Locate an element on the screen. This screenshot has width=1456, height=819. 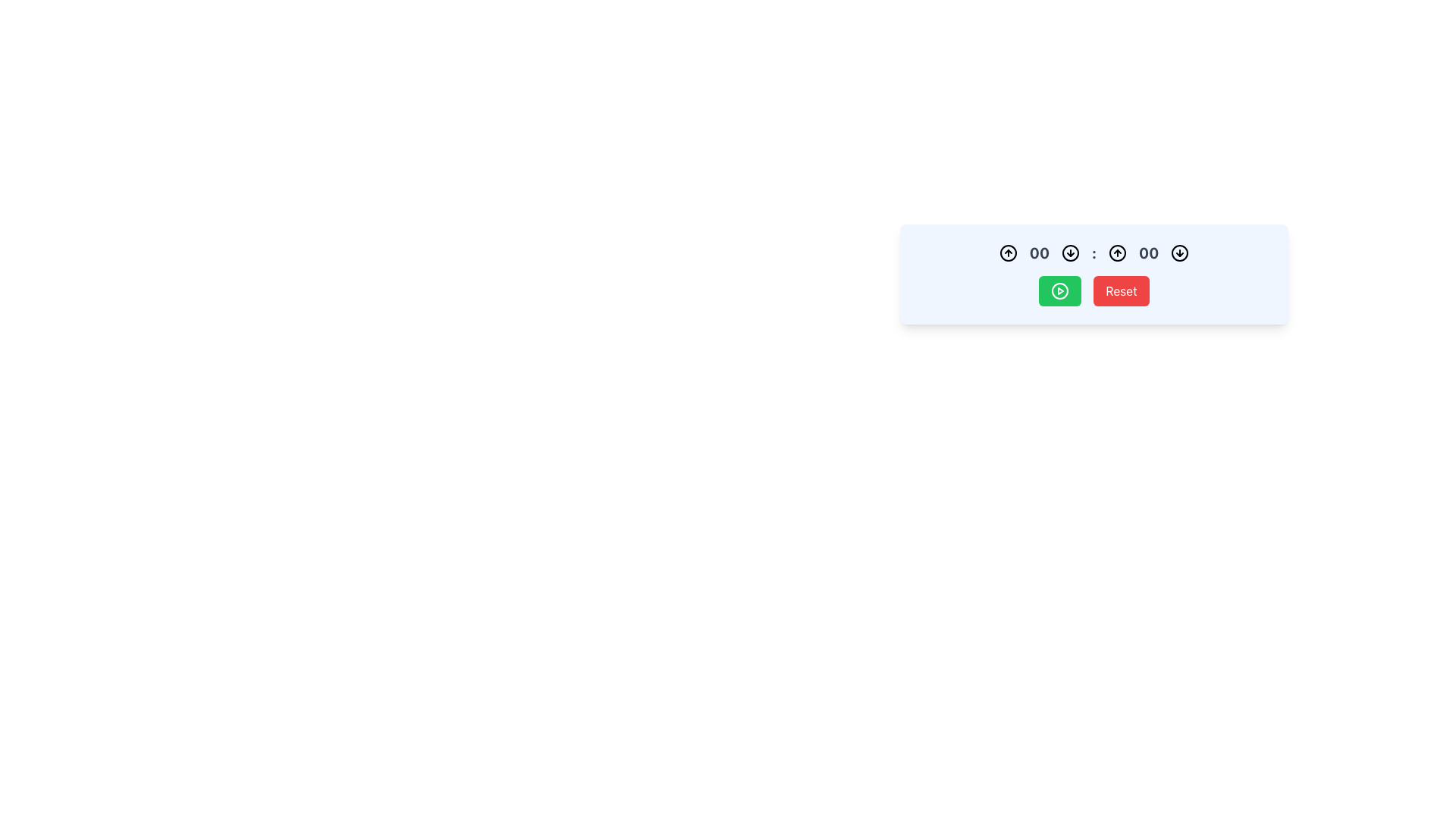
the static text element that visually represents the tens value of minutes in the time configuration context, located between an upward arrow icon and a colon symbol is located at coordinates (1038, 253).